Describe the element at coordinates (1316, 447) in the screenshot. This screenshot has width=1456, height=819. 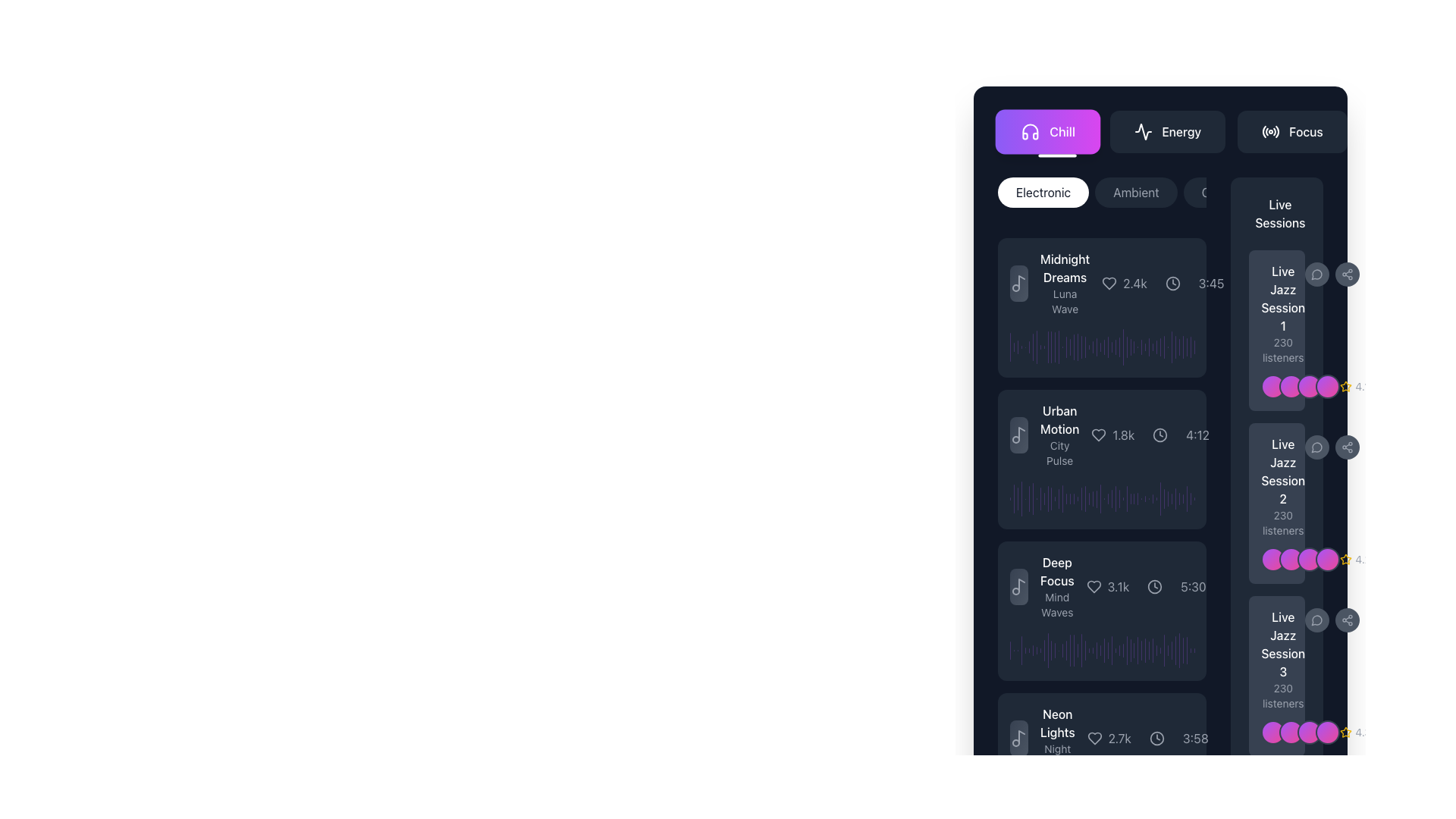
I see `the messaging or commenting icon associated with the 'Live Jazz Session 2' entry, located on the right side of the interface` at that location.